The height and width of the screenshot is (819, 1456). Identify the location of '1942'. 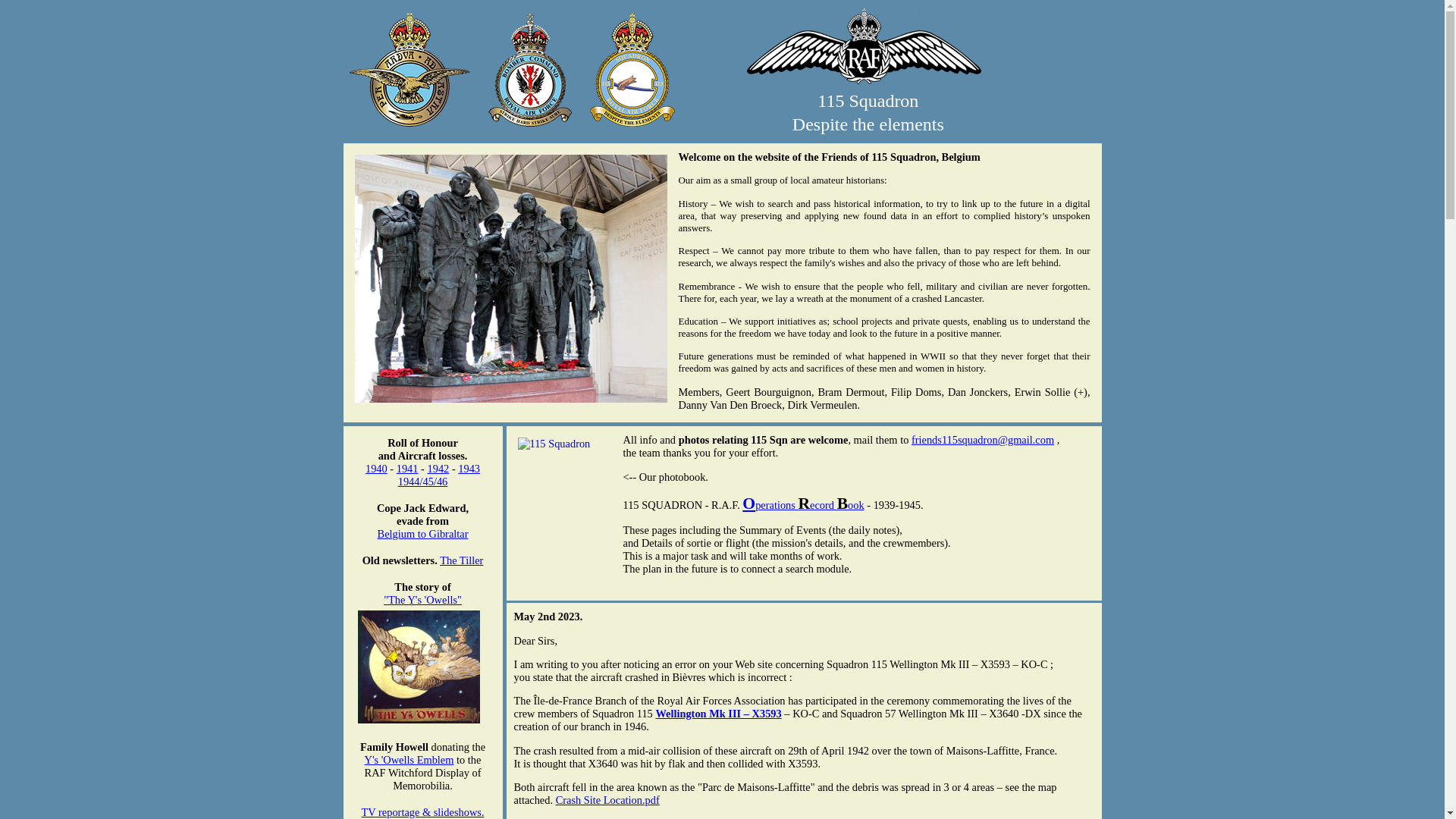
(438, 467).